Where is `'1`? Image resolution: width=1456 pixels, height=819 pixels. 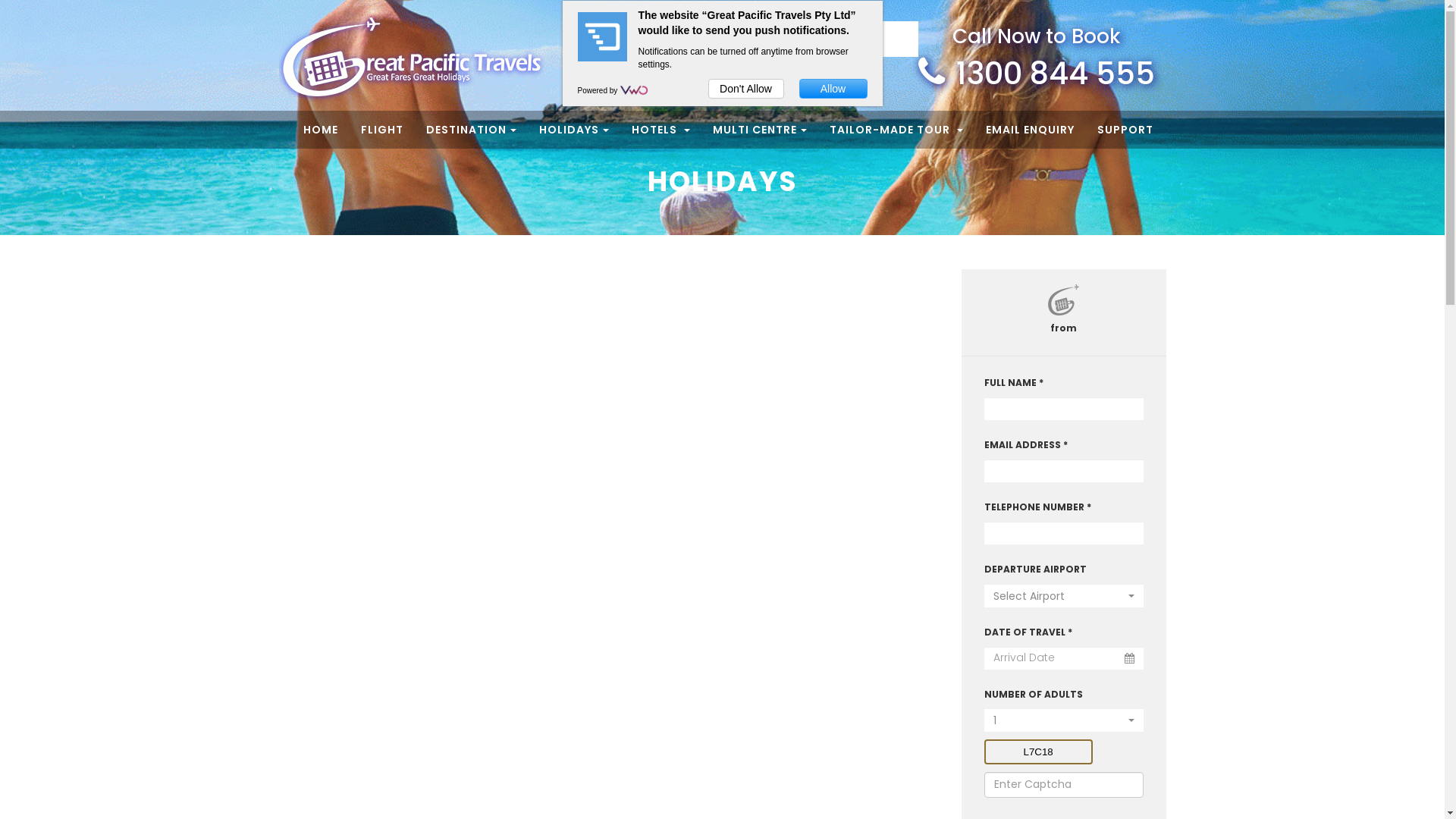 '1 is located at coordinates (984, 719).